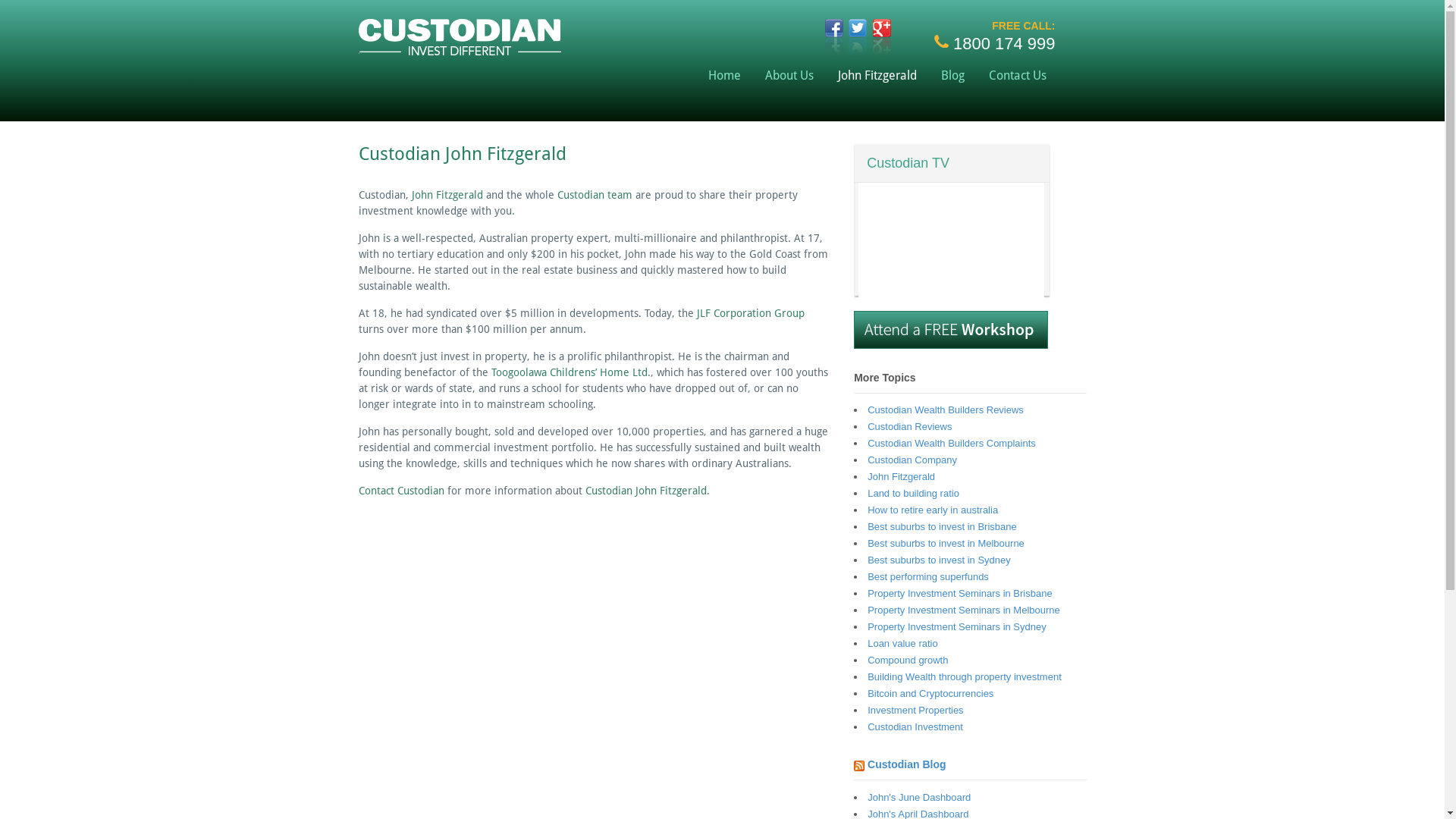 The width and height of the screenshot is (1456, 819). What do you see at coordinates (593, 194) in the screenshot?
I see `'Custodian team'` at bounding box center [593, 194].